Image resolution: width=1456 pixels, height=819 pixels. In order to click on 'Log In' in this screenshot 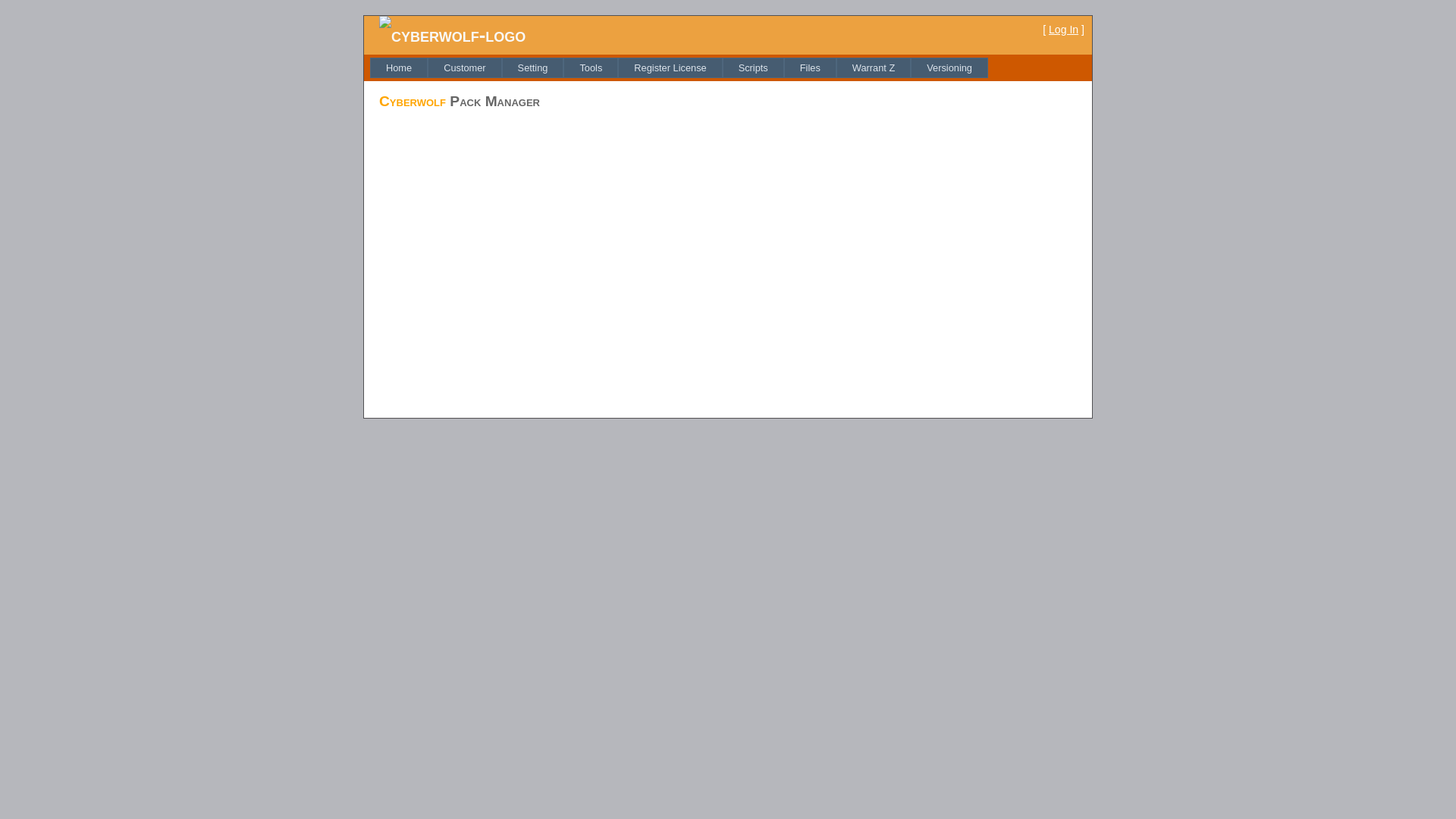, I will do `click(1062, 29)`.